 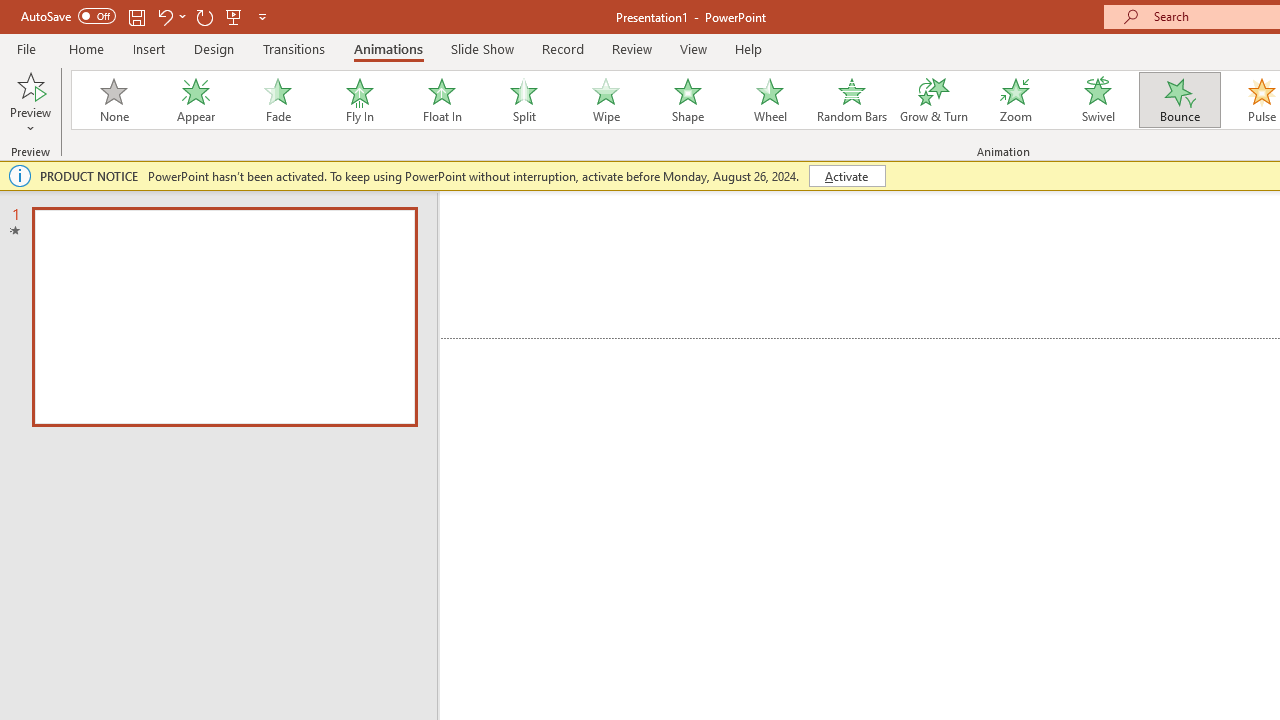 What do you see at coordinates (276, 100) in the screenshot?
I see `'Fade'` at bounding box center [276, 100].